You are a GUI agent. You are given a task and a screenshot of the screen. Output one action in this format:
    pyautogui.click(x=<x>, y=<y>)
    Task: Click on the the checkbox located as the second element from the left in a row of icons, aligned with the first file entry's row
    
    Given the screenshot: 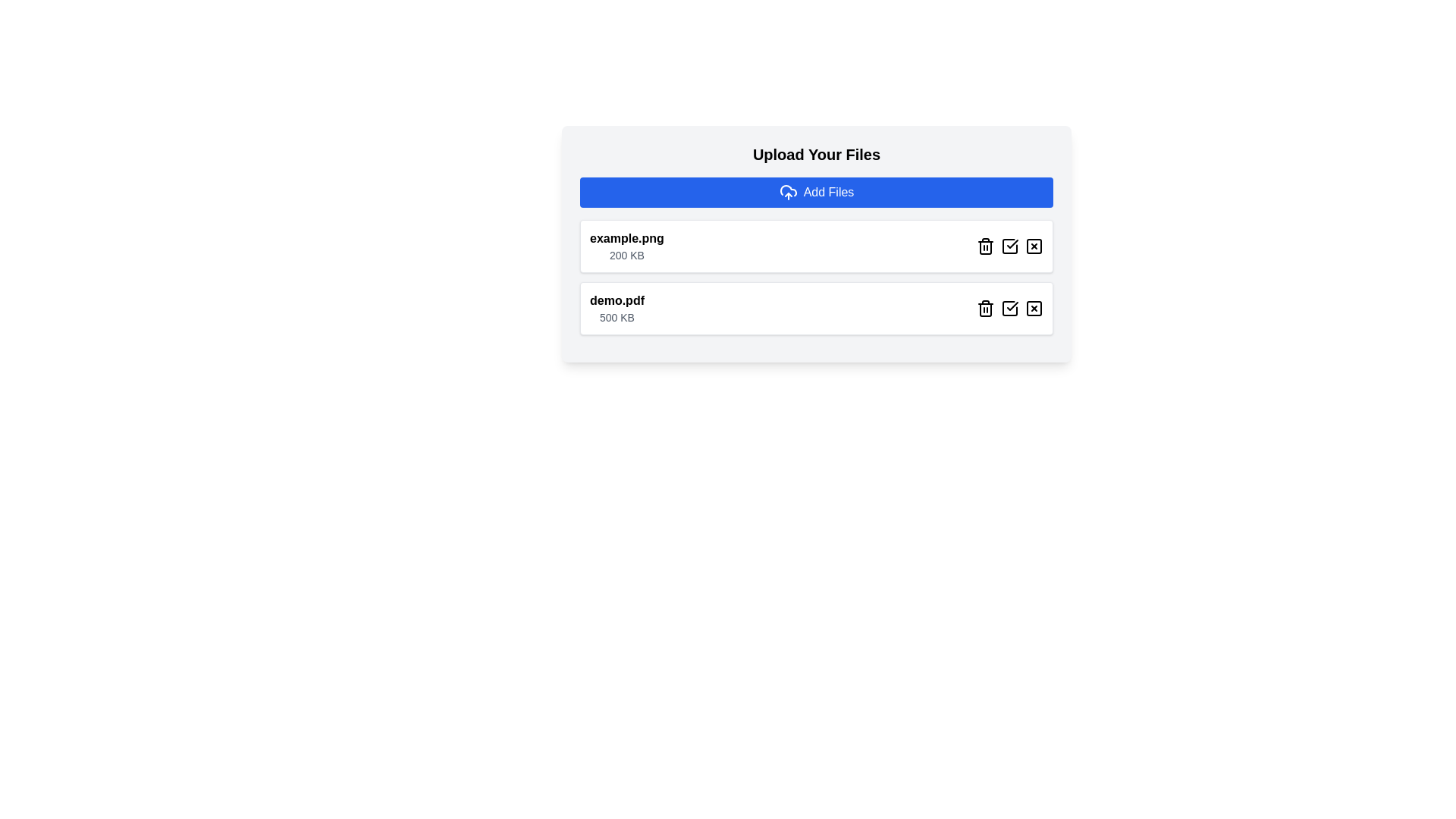 What is the action you would take?
    pyautogui.click(x=1009, y=245)
    